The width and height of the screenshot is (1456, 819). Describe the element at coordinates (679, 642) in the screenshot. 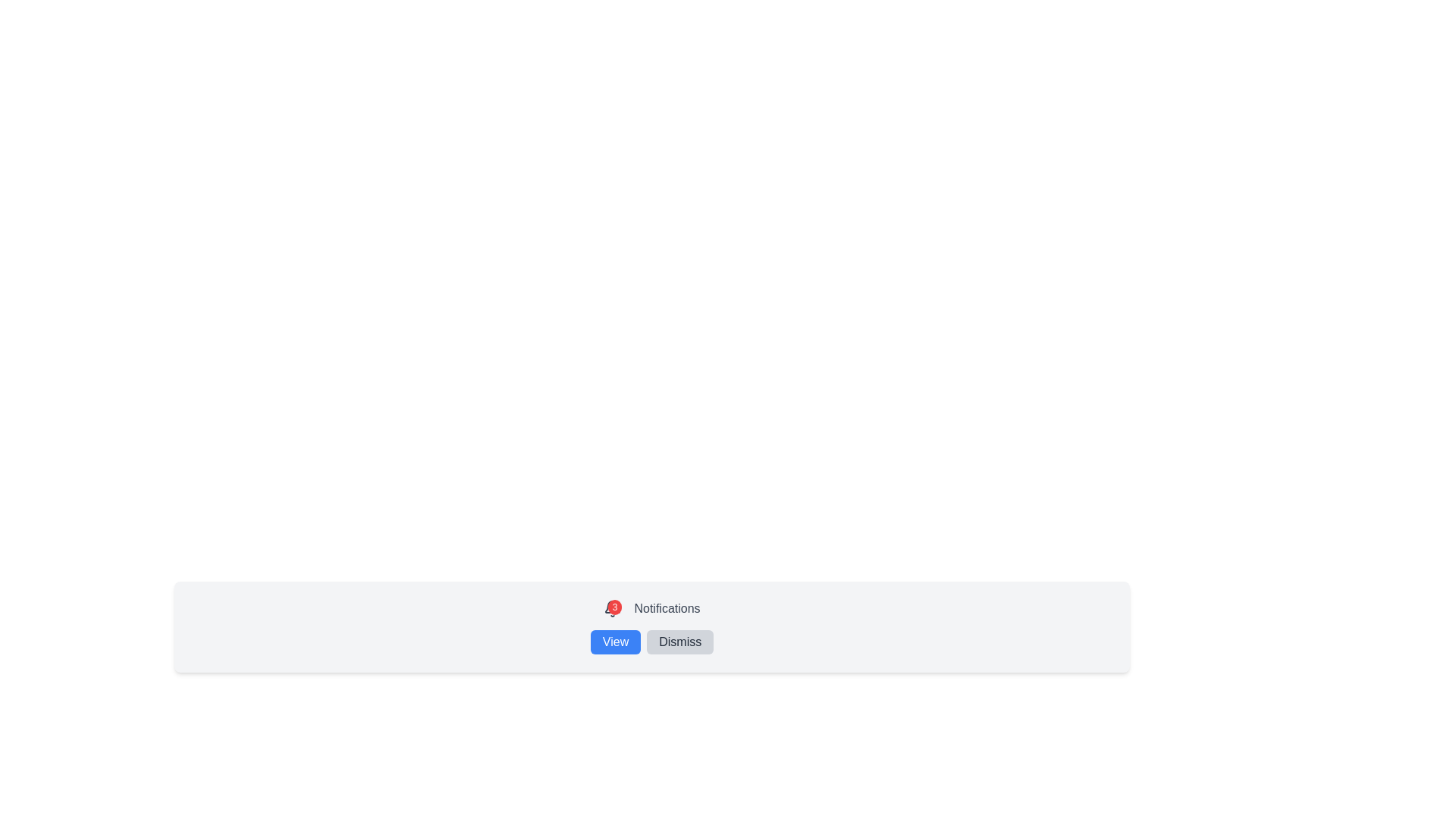

I see `the button located to the right of the 'View' button in the lower section of the UI to observe the color change` at that location.